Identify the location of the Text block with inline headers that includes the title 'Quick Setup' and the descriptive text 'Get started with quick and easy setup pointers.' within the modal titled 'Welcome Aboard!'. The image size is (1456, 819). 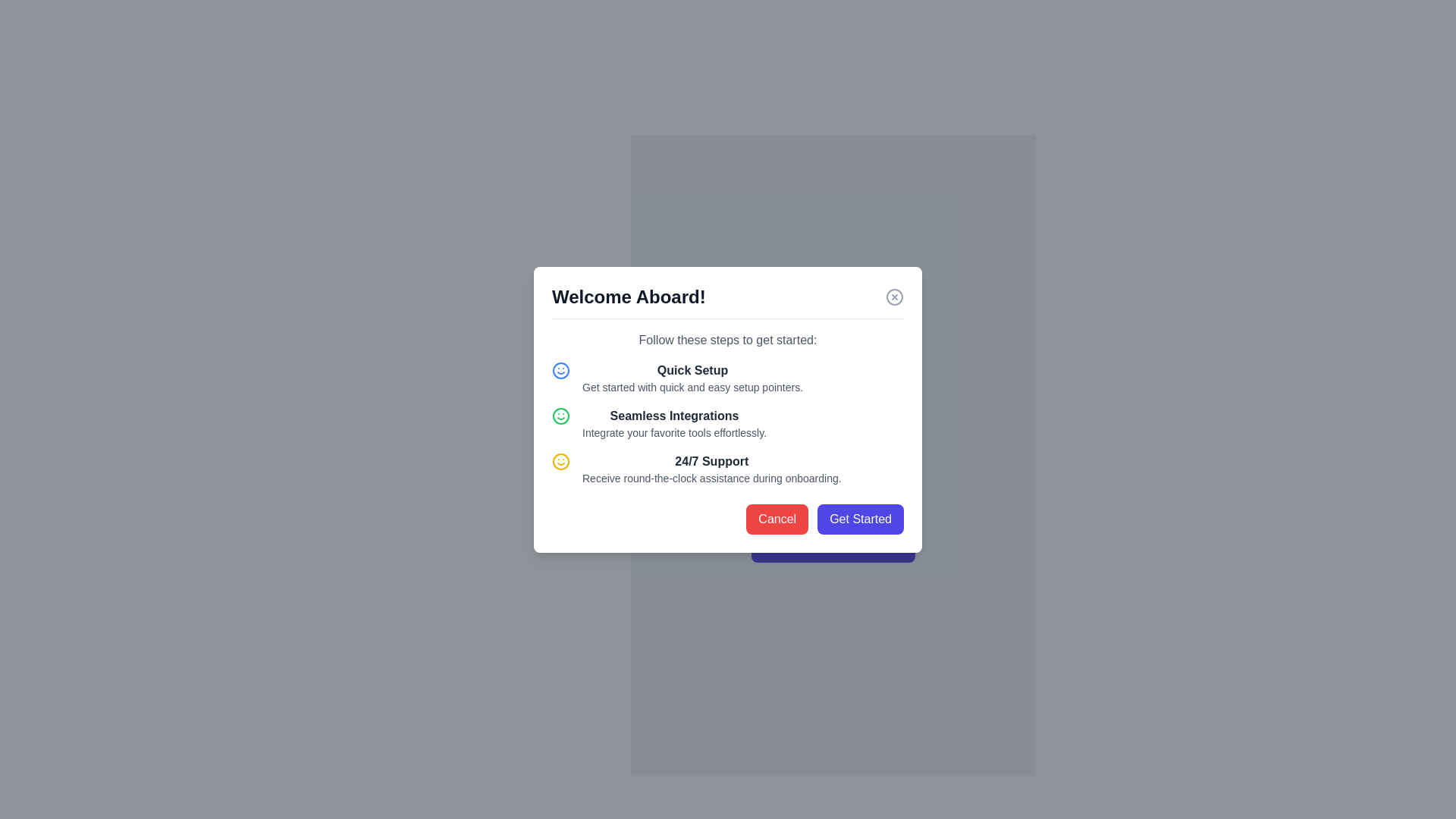
(692, 377).